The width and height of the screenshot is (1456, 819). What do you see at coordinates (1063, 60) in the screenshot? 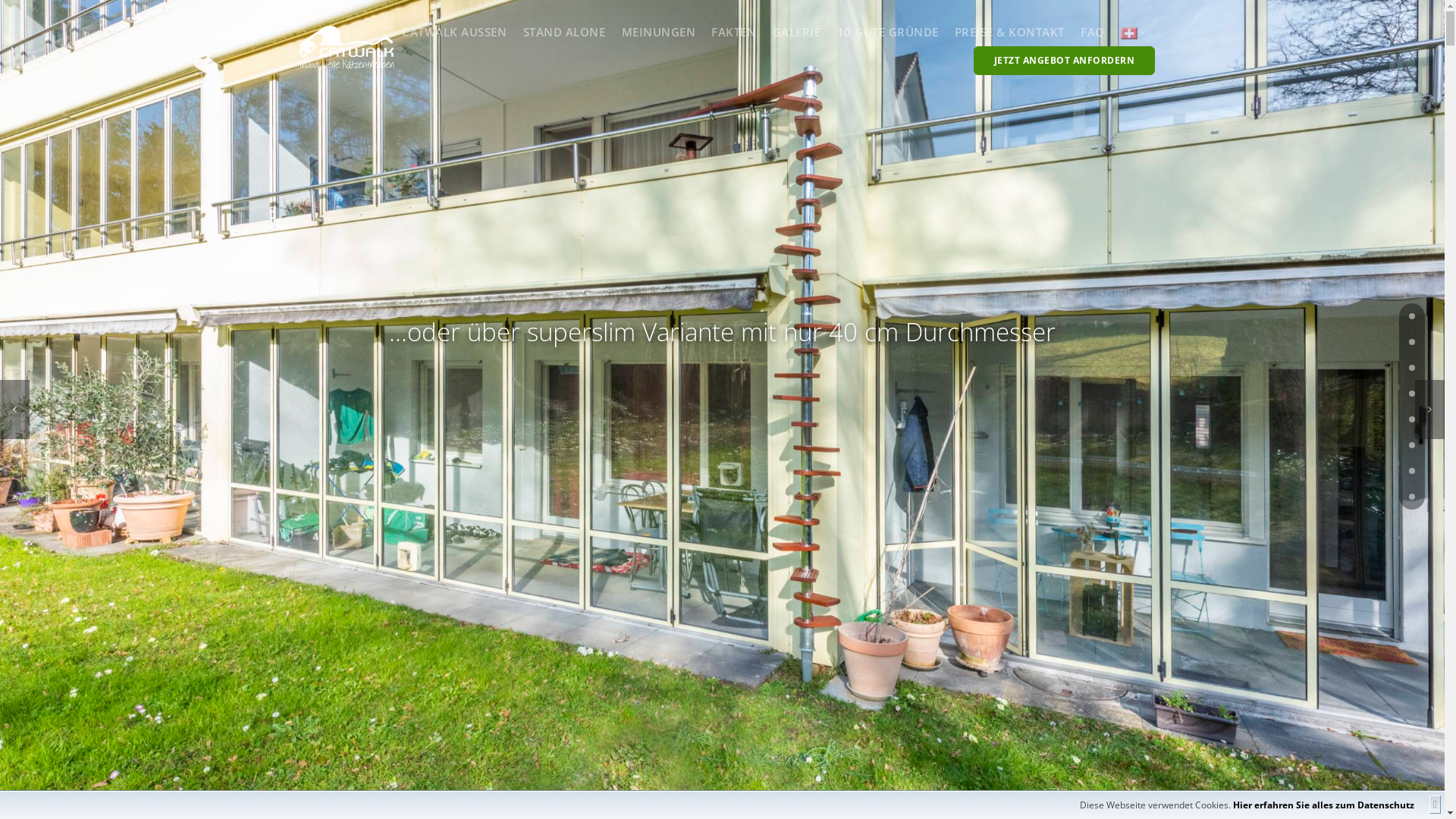
I see `'JETZT ANGEBOT ANFORDERN'` at bounding box center [1063, 60].